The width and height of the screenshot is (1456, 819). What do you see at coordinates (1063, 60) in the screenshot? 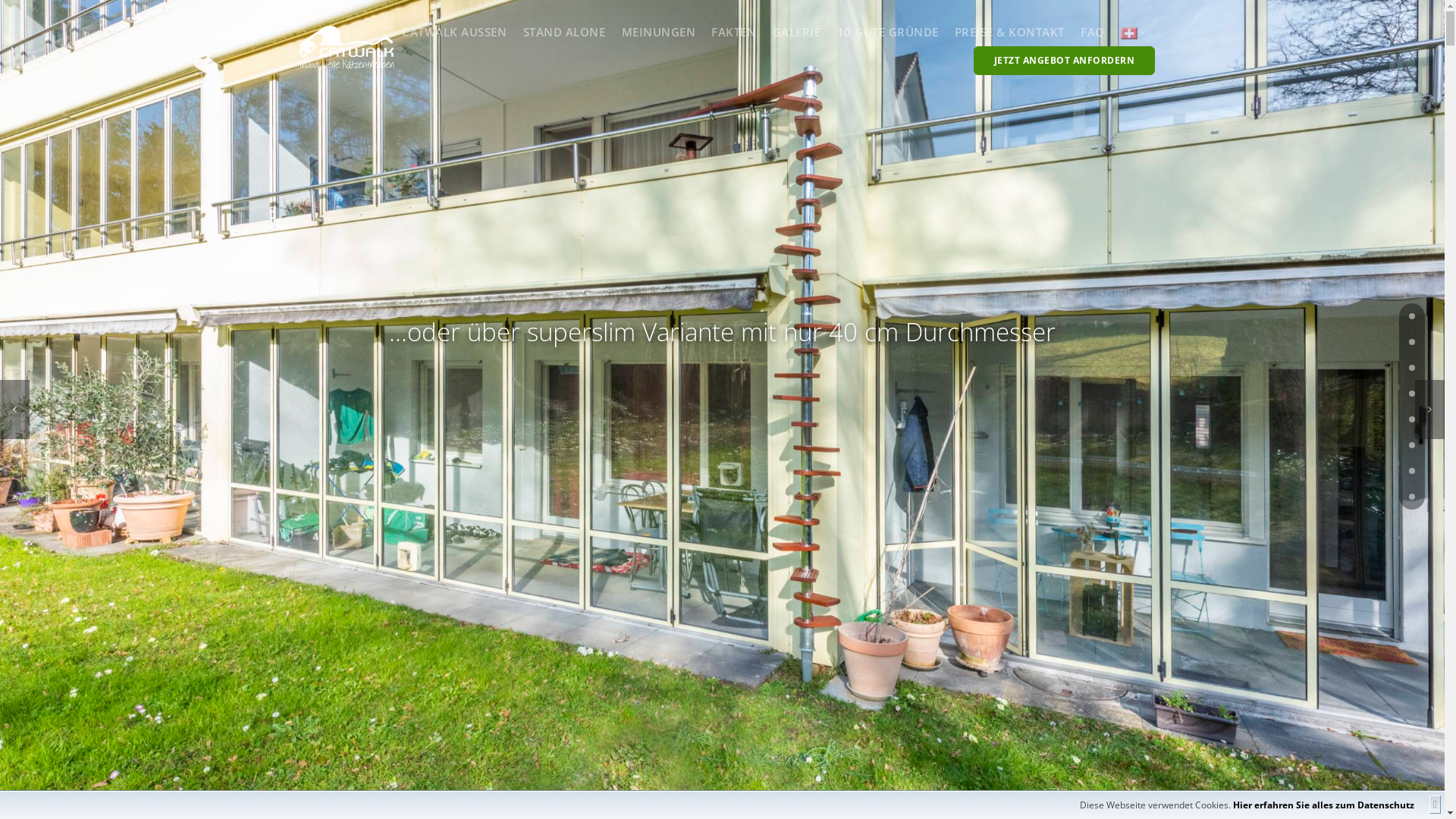
I see `'JETZT ANGEBOT ANFORDERN'` at bounding box center [1063, 60].